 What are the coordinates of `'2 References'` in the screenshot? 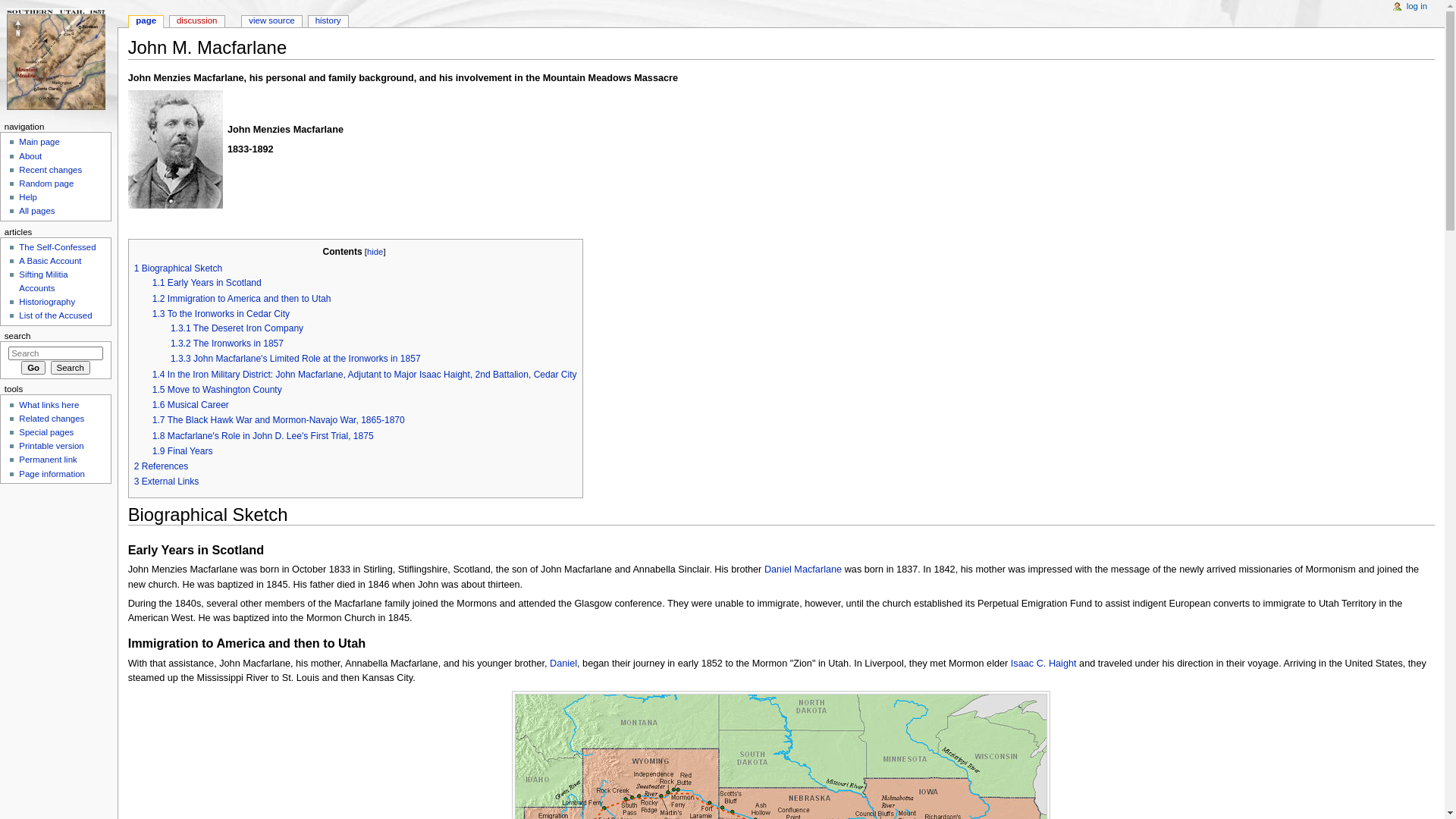 It's located at (161, 465).